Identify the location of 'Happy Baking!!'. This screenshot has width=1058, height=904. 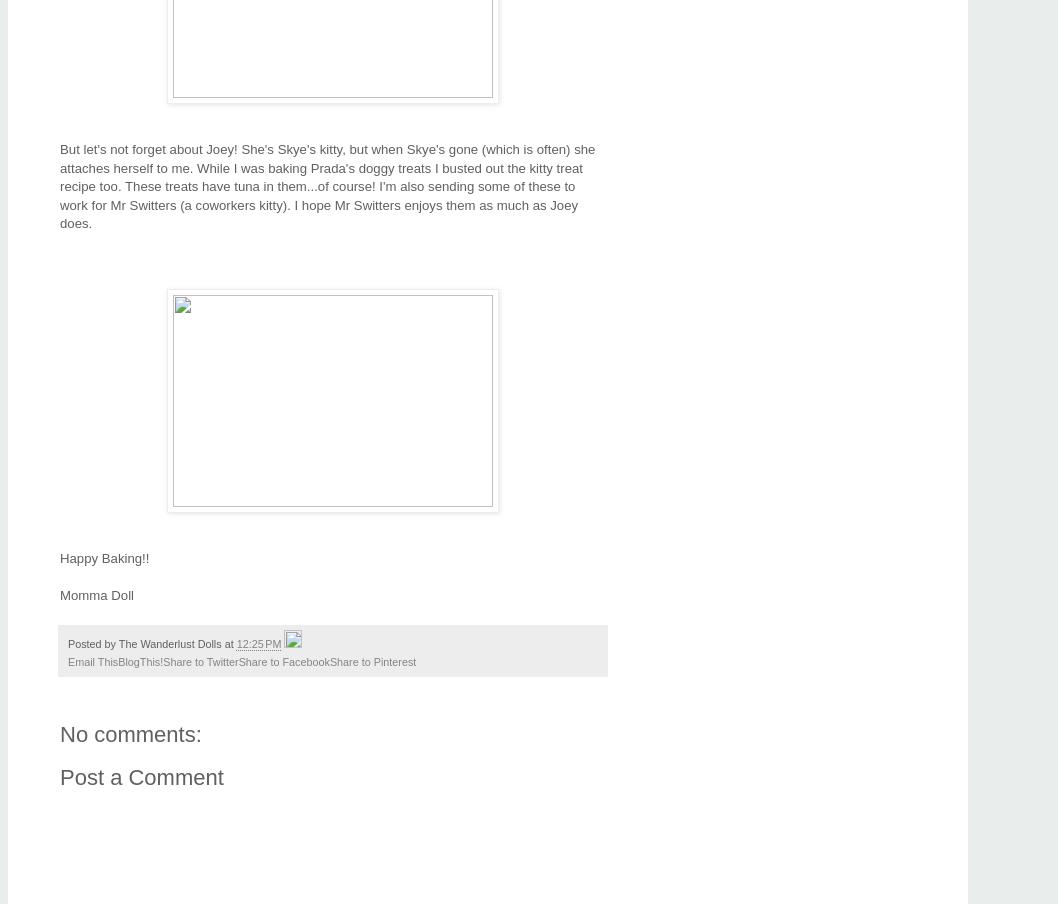
(103, 558).